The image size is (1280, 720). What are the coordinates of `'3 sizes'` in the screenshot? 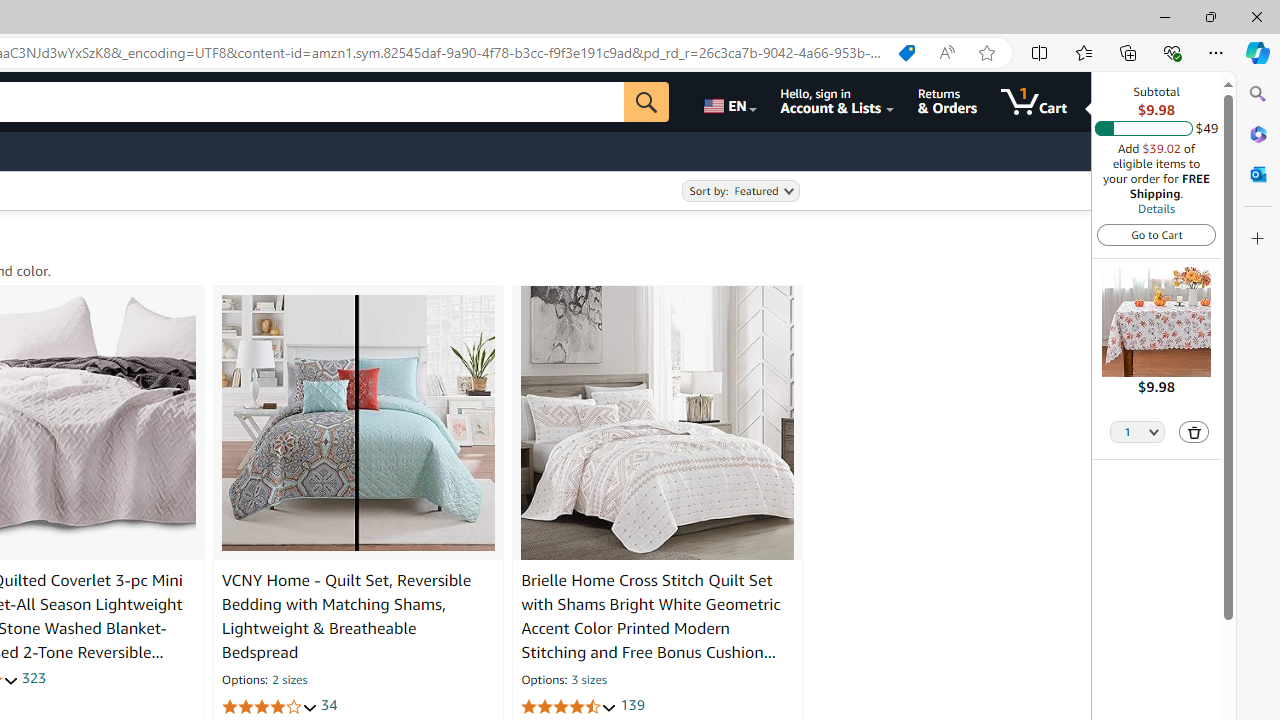 It's located at (587, 680).